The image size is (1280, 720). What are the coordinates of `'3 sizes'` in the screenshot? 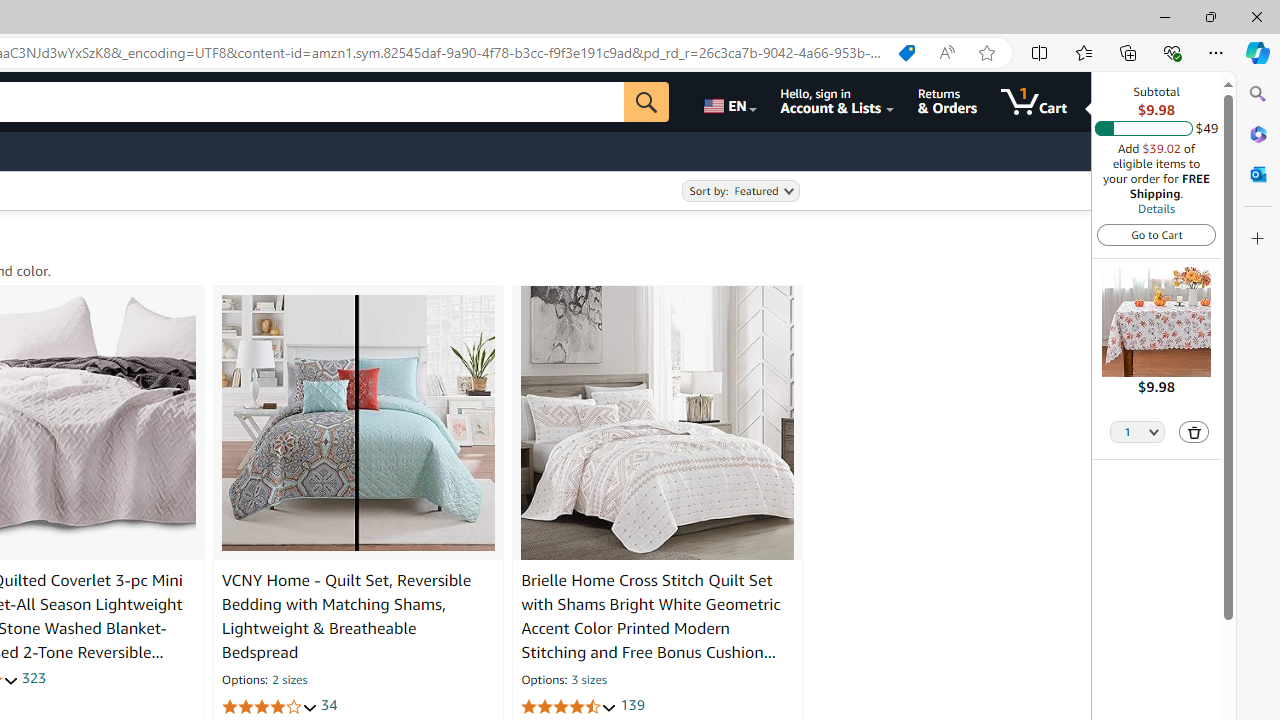 It's located at (587, 680).